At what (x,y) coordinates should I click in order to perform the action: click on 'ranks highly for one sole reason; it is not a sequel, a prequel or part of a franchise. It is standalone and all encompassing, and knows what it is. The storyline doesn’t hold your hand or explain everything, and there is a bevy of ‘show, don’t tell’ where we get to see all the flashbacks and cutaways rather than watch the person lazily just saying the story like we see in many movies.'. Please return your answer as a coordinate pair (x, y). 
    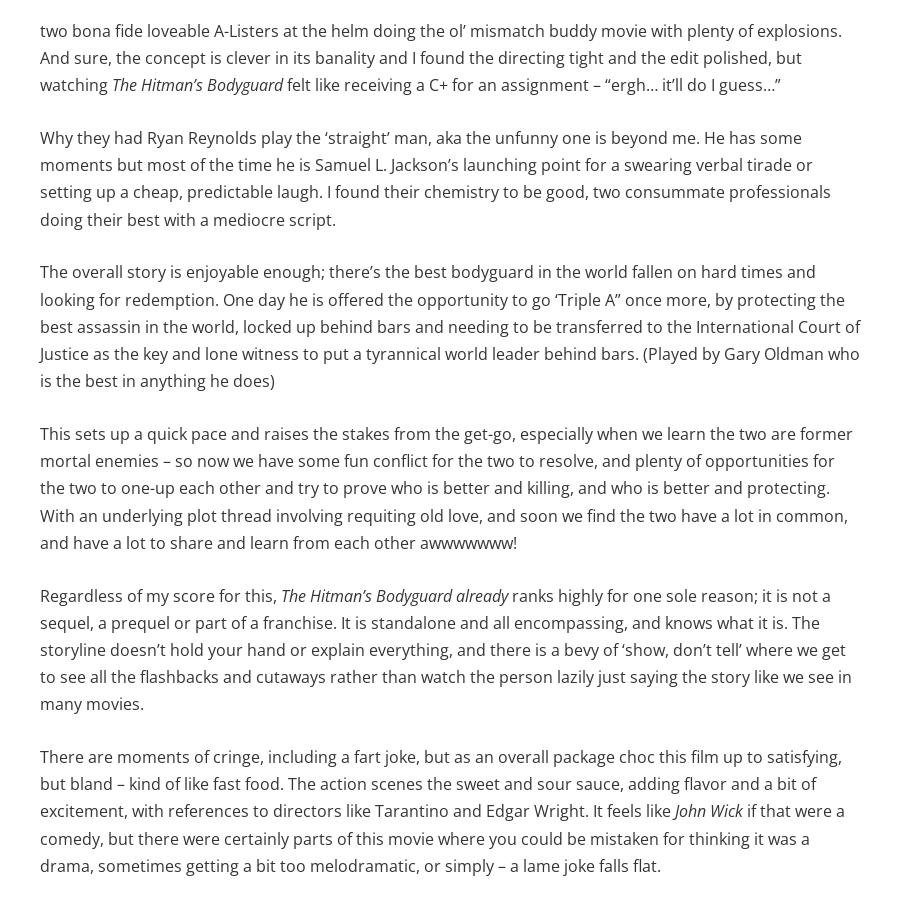
    Looking at the image, I should click on (446, 648).